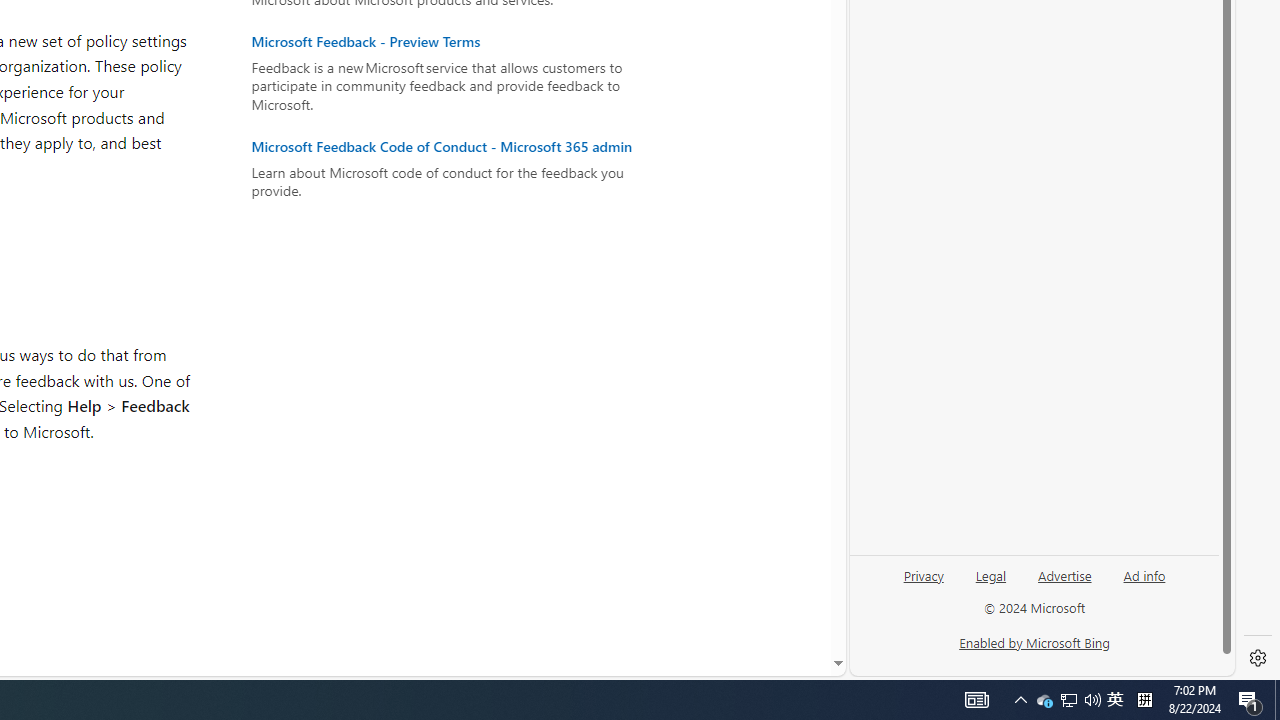 This screenshot has width=1280, height=720. What do you see at coordinates (922, 583) in the screenshot?
I see `'Privacy'` at bounding box center [922, 583].